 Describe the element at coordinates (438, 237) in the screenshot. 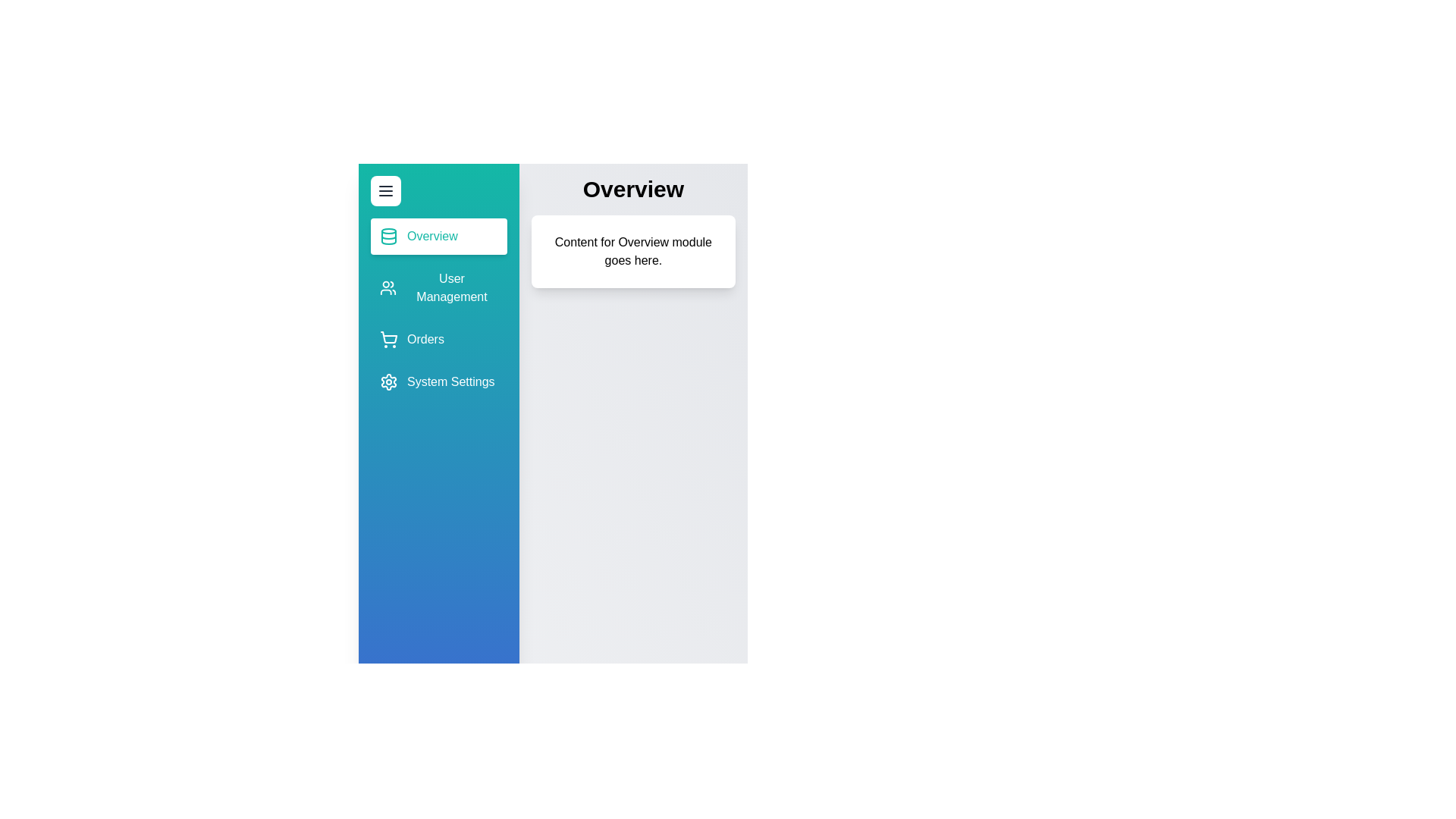

I see `the sidebar item corresponding to Overview` at that location.